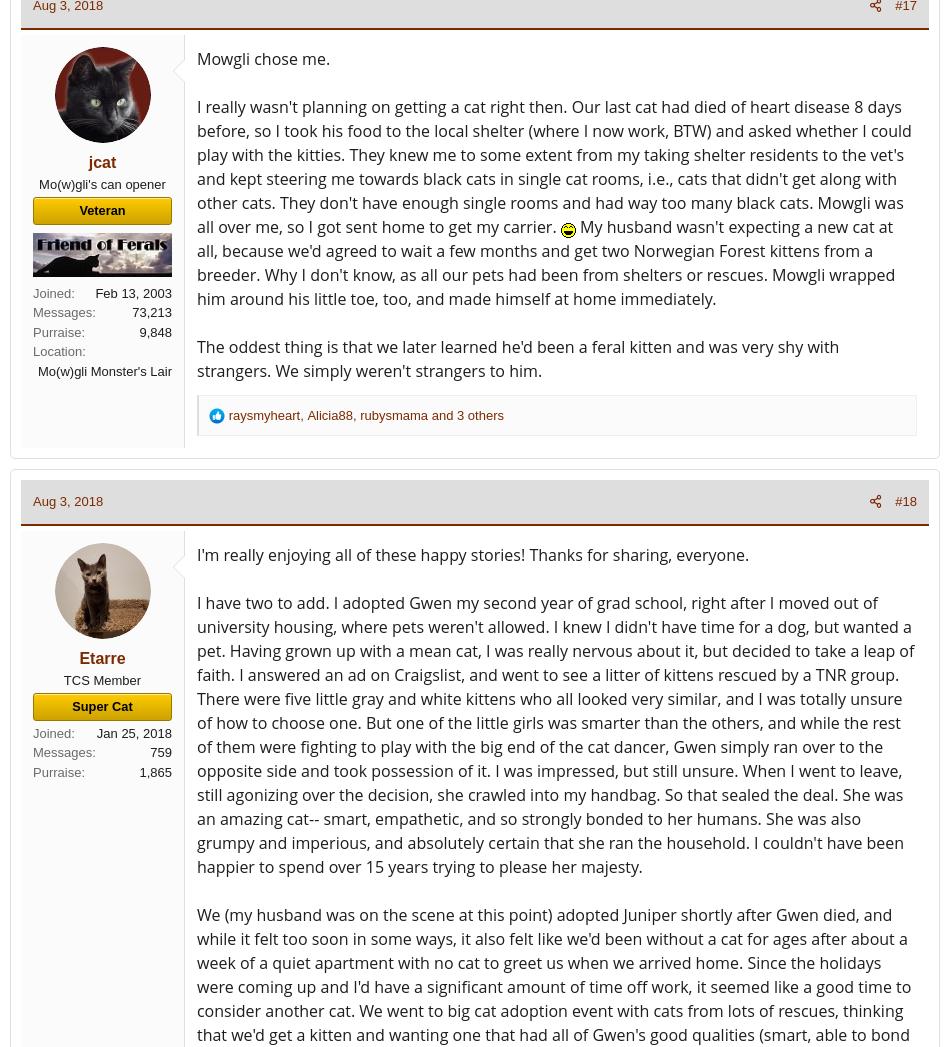 This screenshot has width=950, height=1047. Describe the element at coordinates (554, 165) in the screenshot. I see `'I really wasn't planning on getting a cat right then. Our last cat had died of heart disease 8 days before, so I took his food to the local shelter (where I now work, BTW) and asked whether I could play with the kitties. They knew me to some extent from my taking shelter residents to the vet's and kept steering me towards black cats in single cat rooms, i.e., cats that didn't get along with other cats. They don't have enough single rooms and had way too many black cats. Mowgli was all over me, so I got sent home to get my carrier.'` at that location.